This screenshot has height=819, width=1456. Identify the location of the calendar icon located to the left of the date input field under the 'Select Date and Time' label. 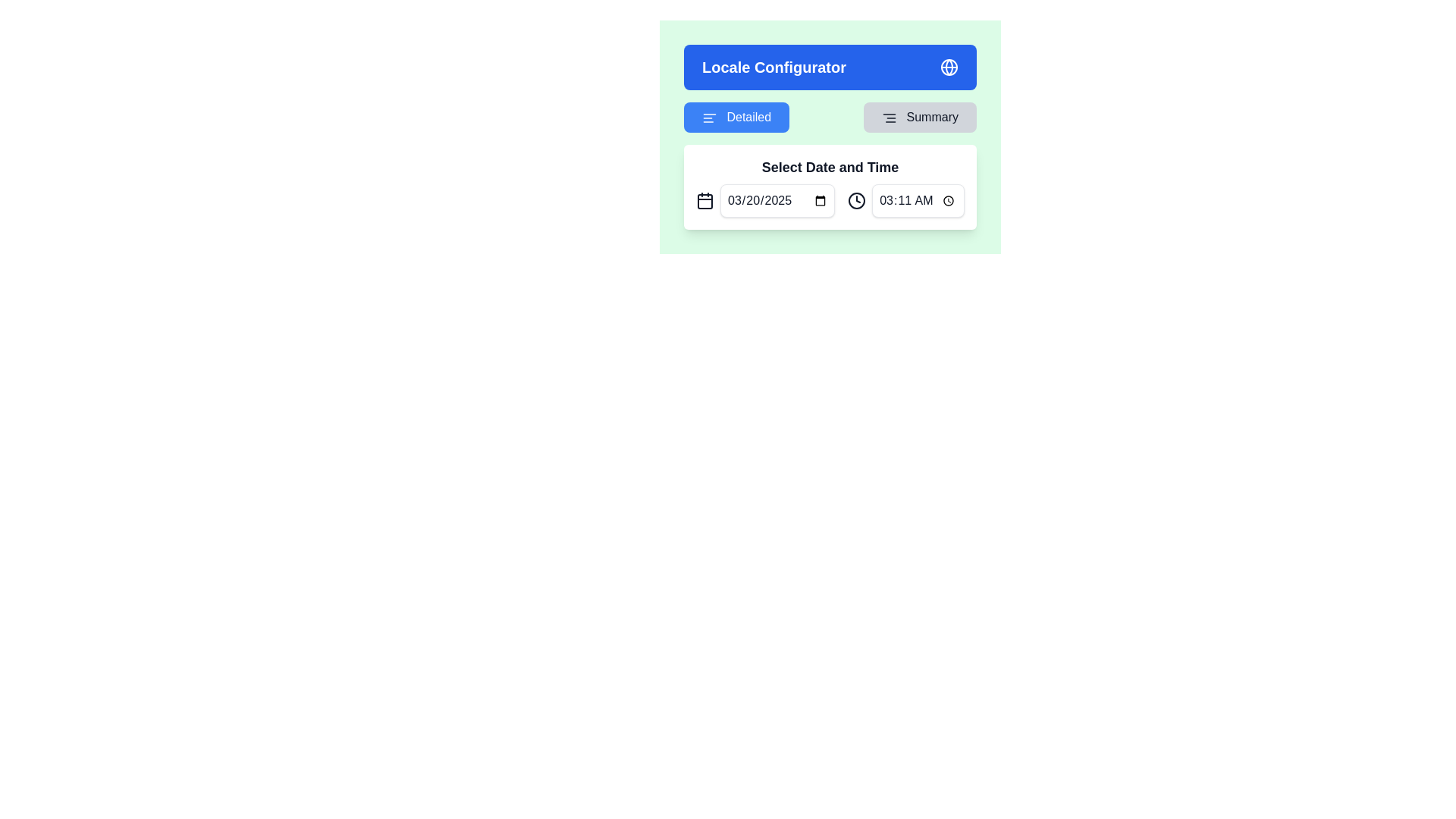
(704, 200).